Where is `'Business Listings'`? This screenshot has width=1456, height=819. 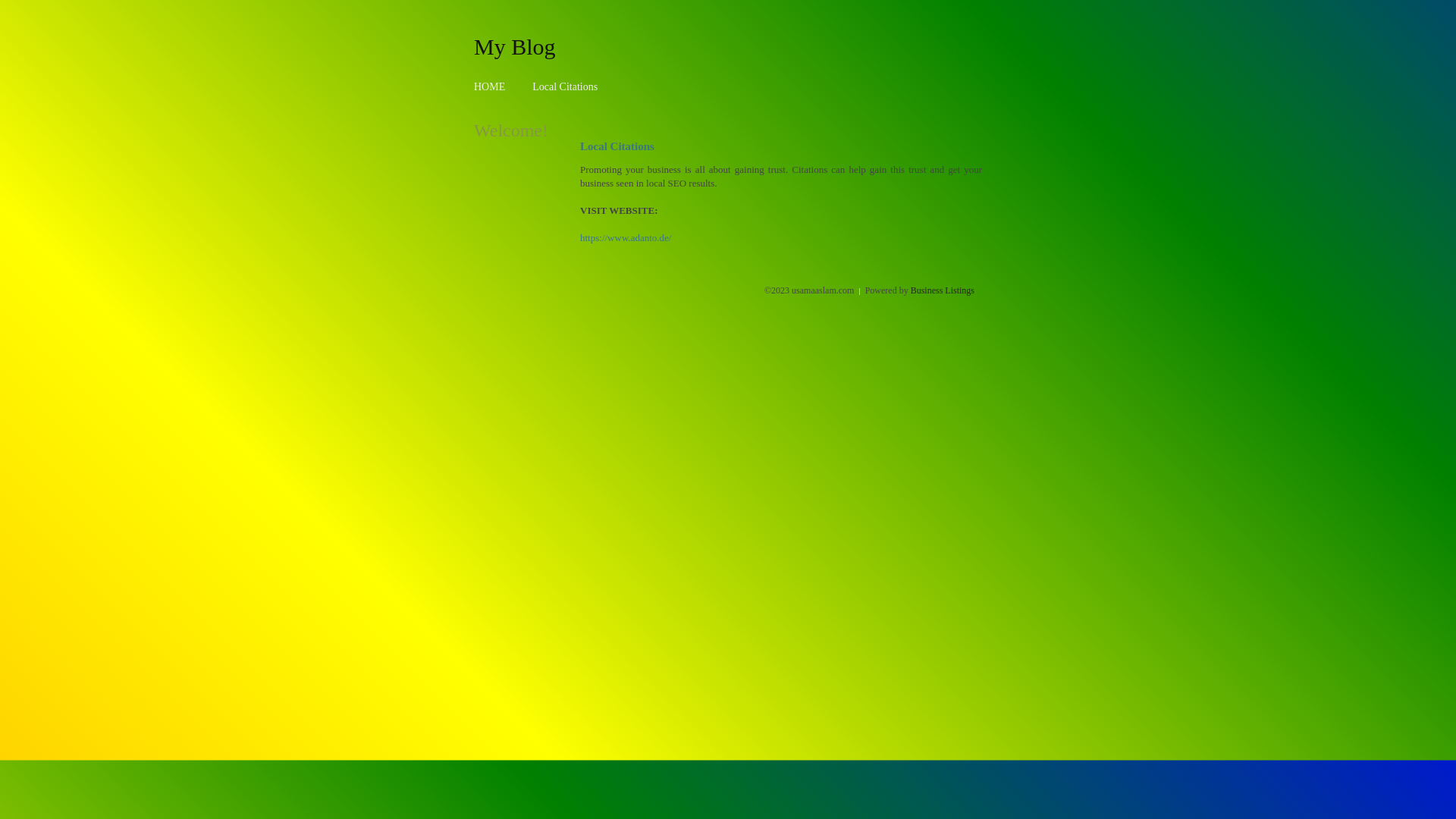 'Business Listings' is located at coordinates (942, 290).